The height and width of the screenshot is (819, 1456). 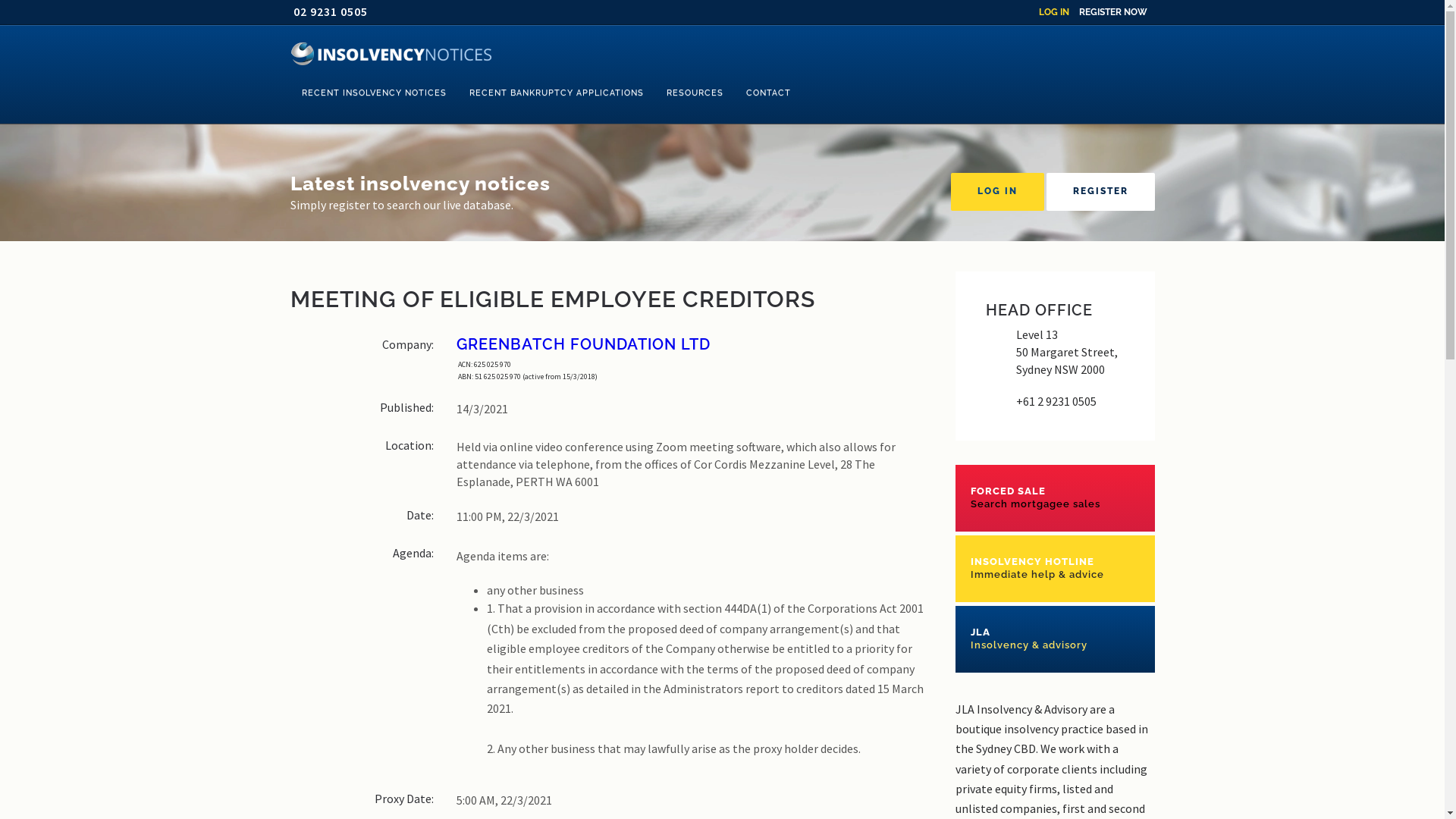 What do you see at coordinates (767, 93) in the screenshot?
I see `'CONTACT'` at bounding box center [767, 93].